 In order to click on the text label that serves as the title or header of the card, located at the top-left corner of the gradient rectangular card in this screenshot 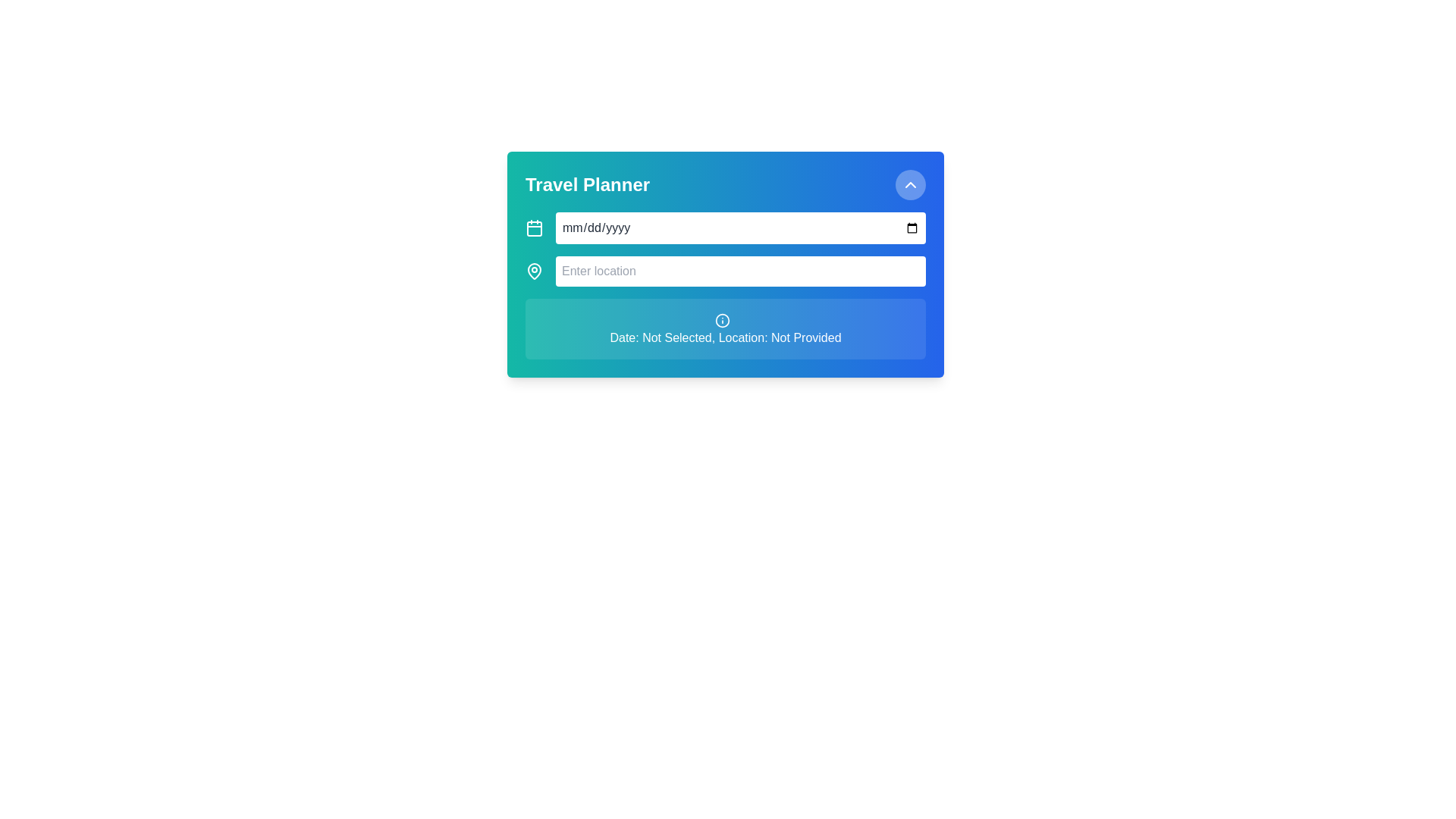, I will do `click(587, 184)`.